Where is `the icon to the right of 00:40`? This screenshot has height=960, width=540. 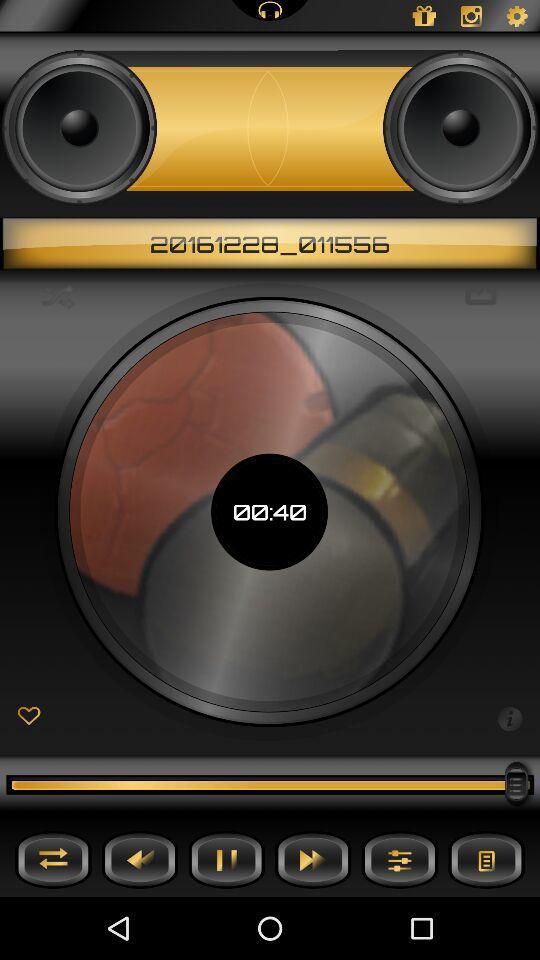
the icon to the right of 00:40 is located at coordinates (509, 717).